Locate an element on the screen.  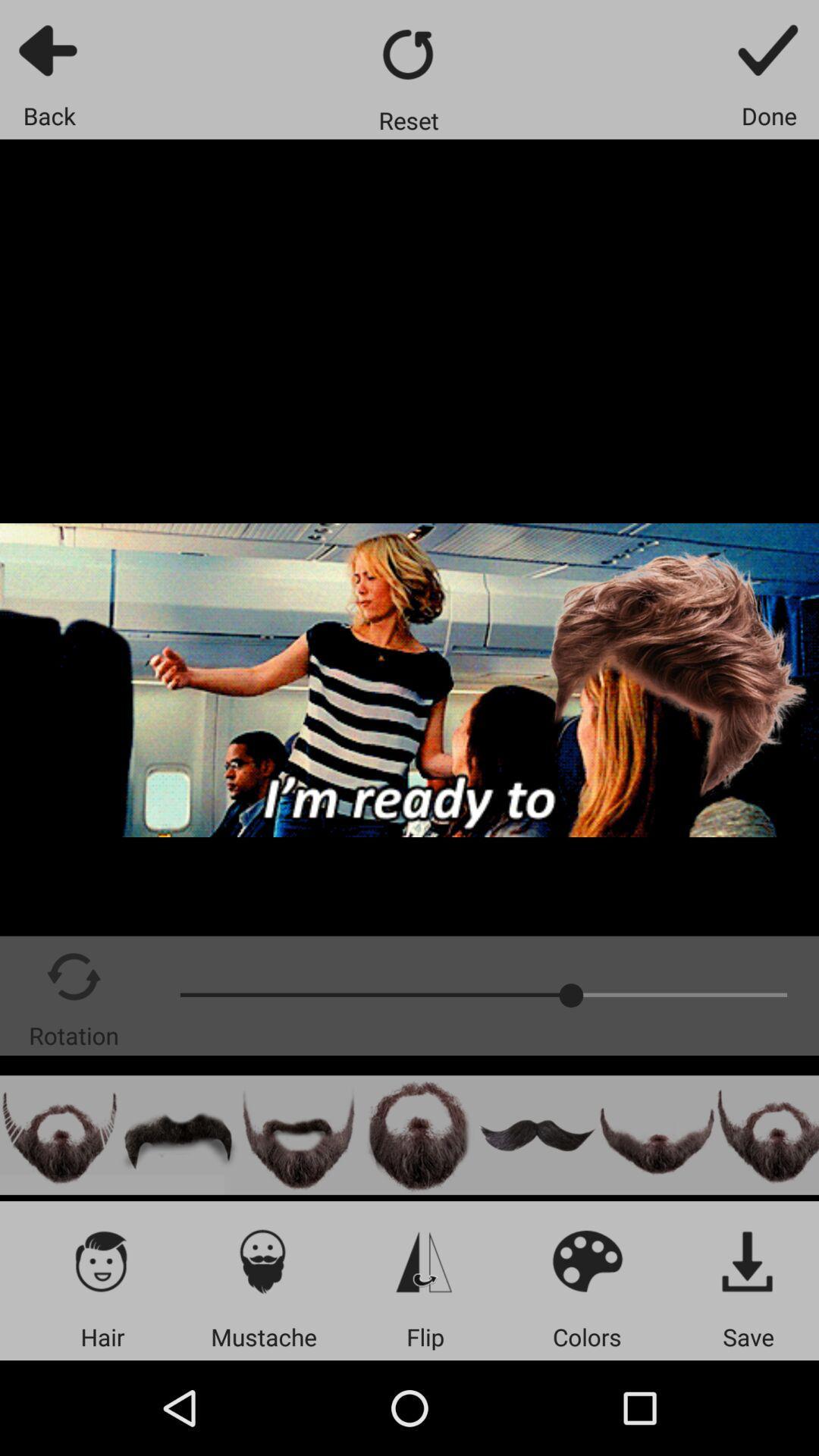
the undo icon is located at coordinates (178, 1135).